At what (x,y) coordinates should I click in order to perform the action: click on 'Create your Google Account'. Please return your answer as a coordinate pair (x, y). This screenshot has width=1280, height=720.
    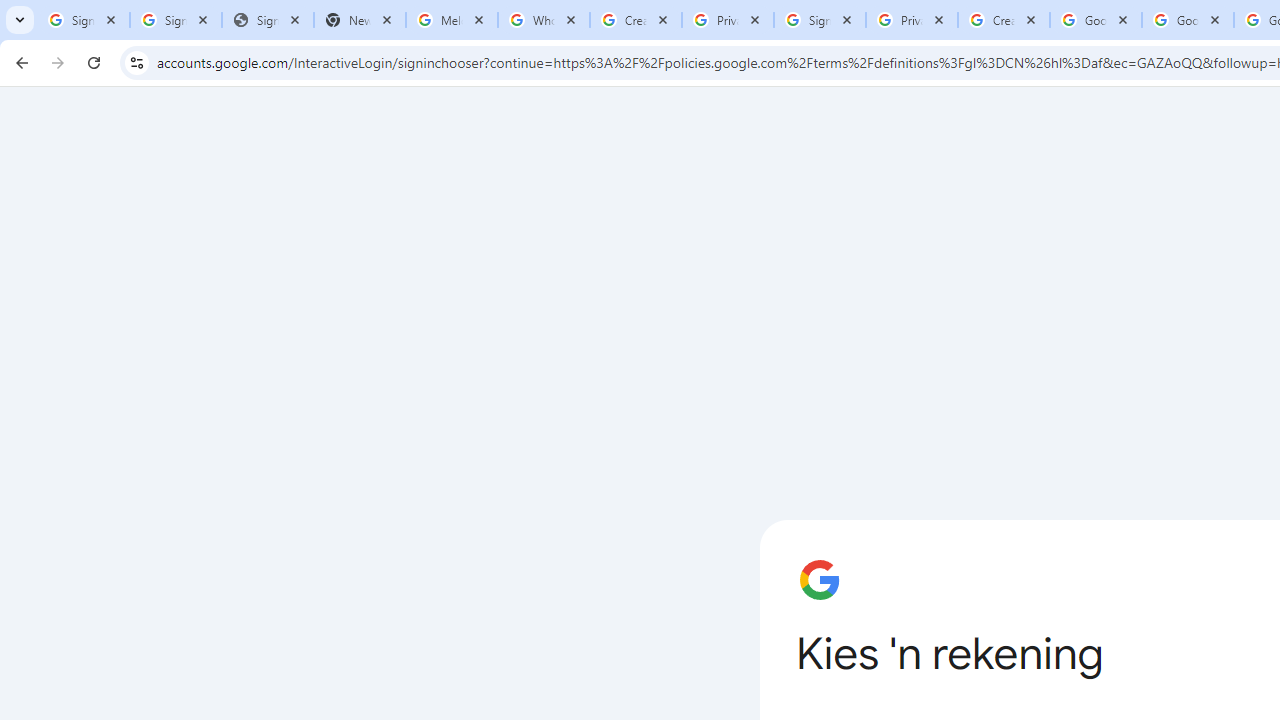
    Looking at the image, I should click on (1003, 20).